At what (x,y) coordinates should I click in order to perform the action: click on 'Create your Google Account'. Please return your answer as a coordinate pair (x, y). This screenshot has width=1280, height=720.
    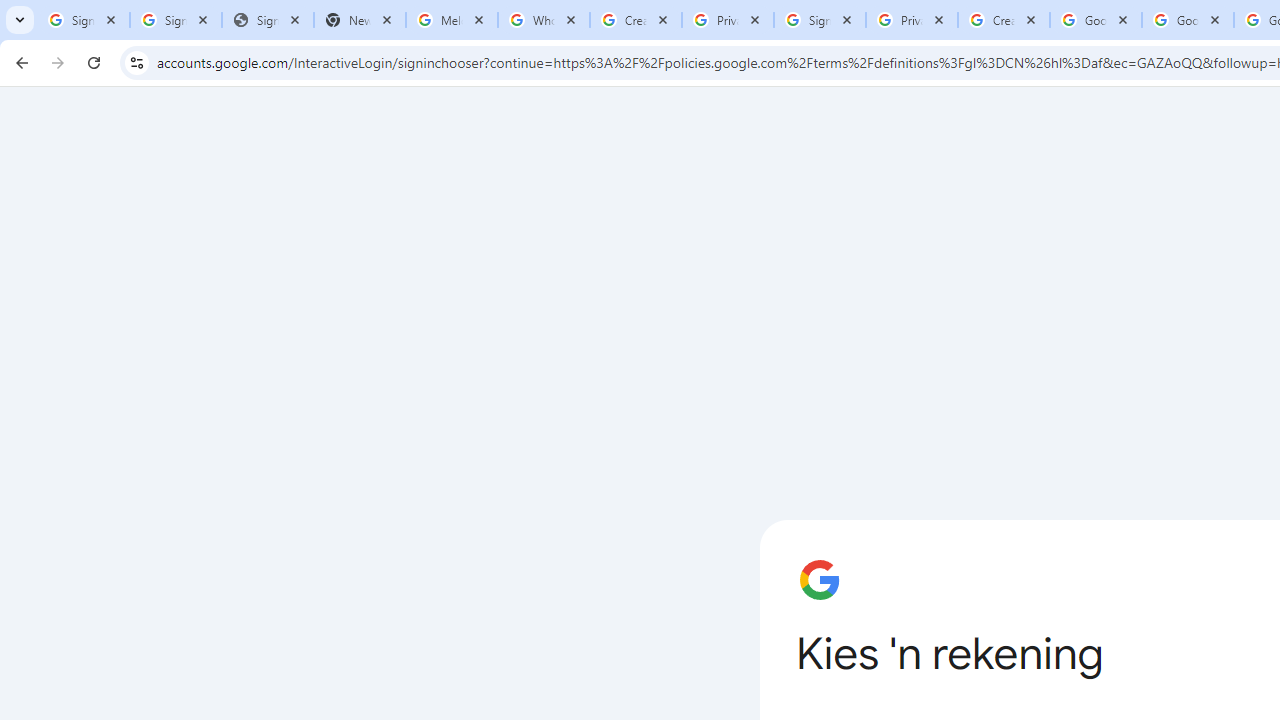
    Looking at the image, I should click on (1003, 20).